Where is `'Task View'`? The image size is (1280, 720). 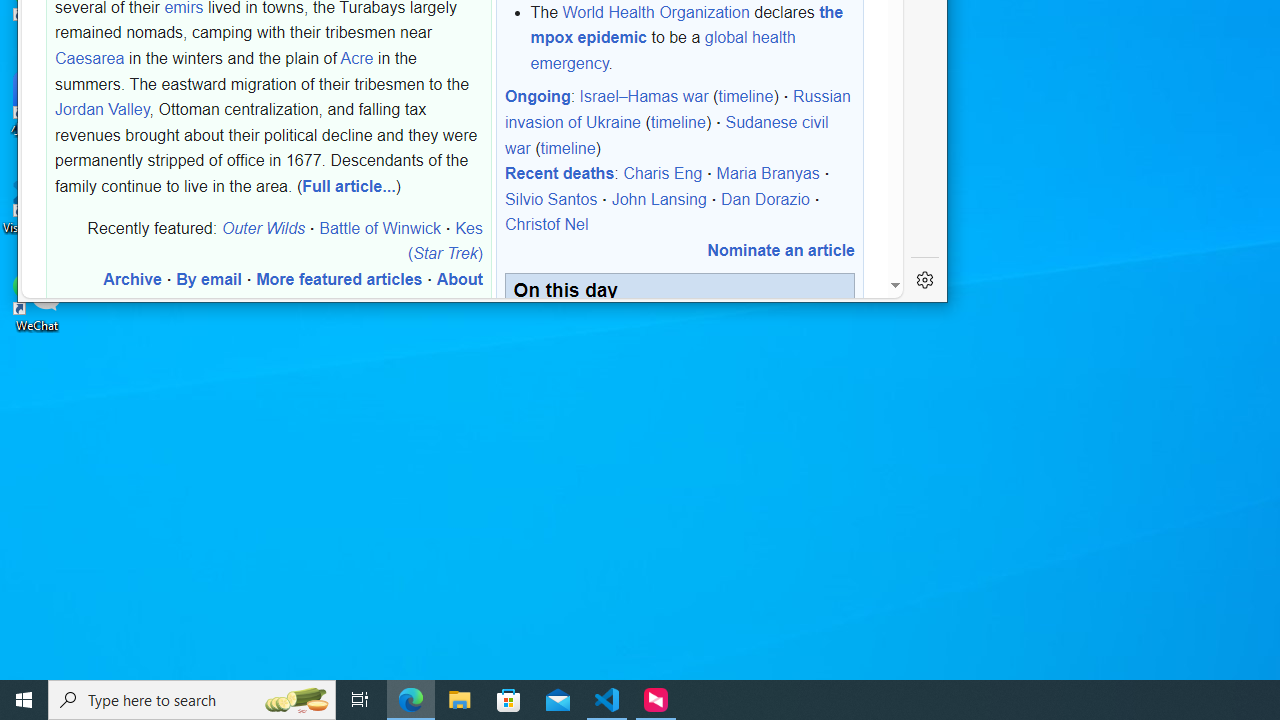 'Task View' is located at coordinates (359, 698).